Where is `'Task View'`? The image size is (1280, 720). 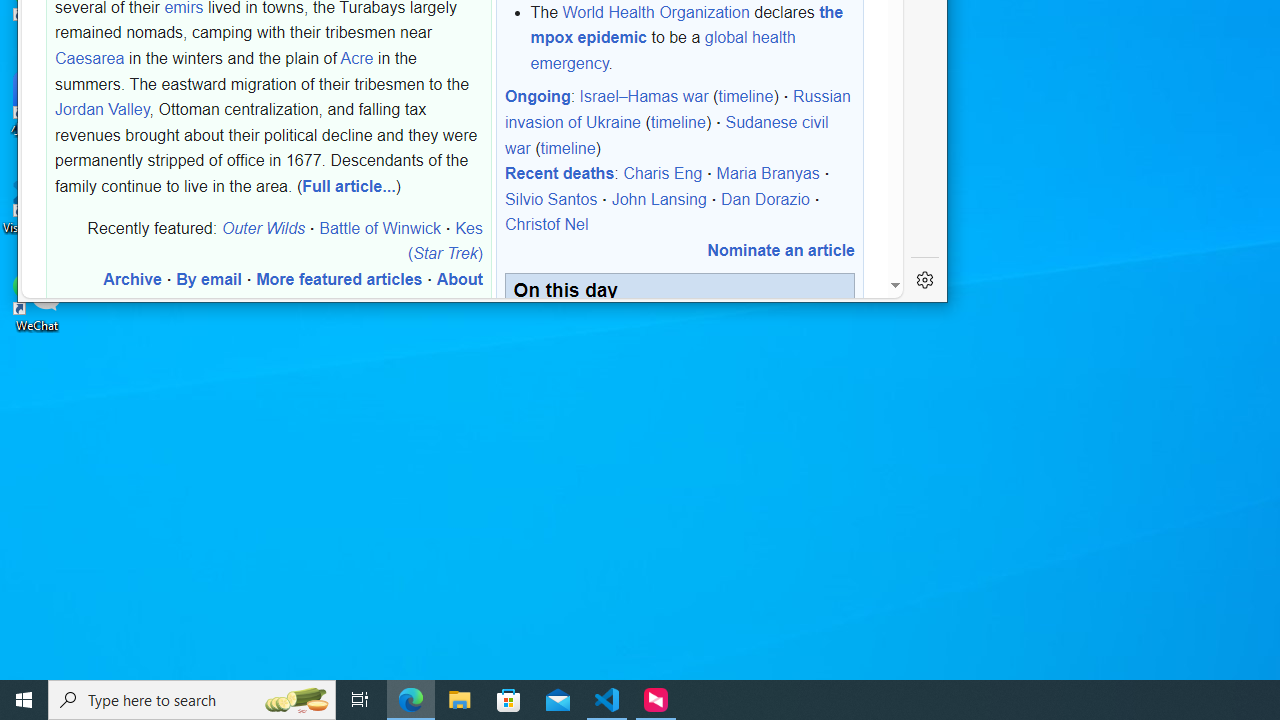 'Task View' is located at coordinates (359, 698).